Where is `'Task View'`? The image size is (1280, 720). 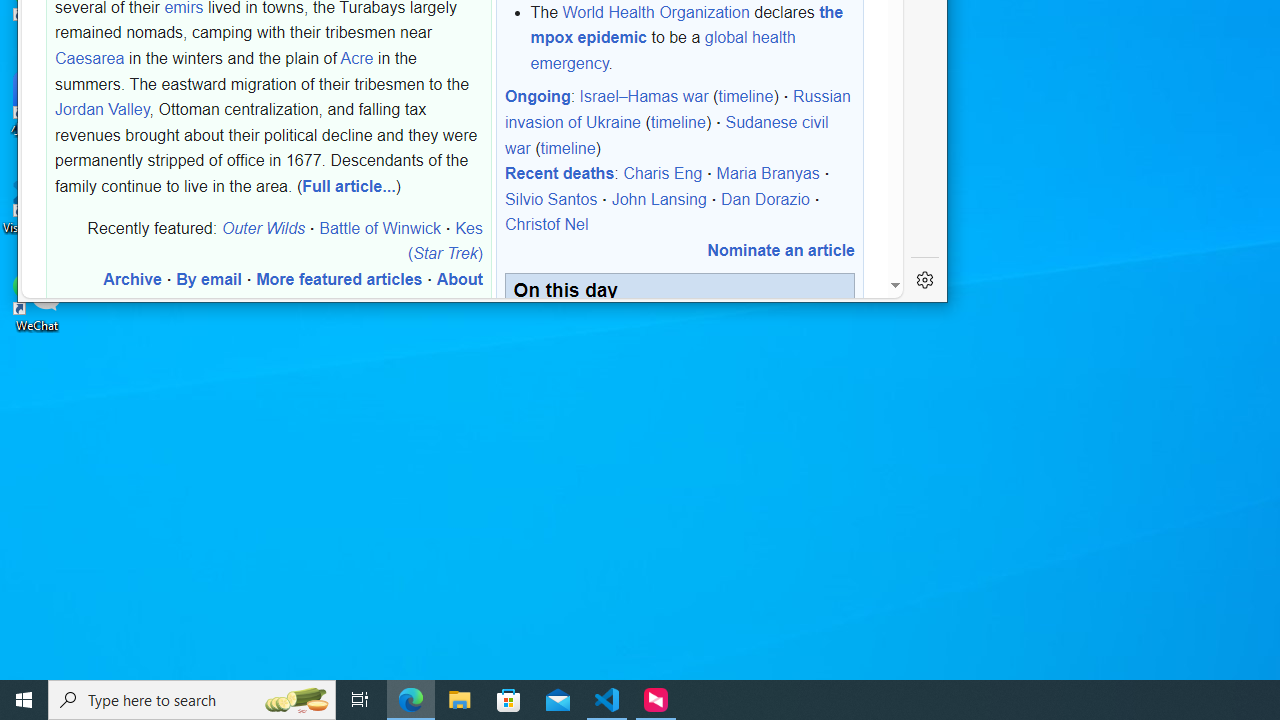 'Task View' is located at coordinates (359, 698).